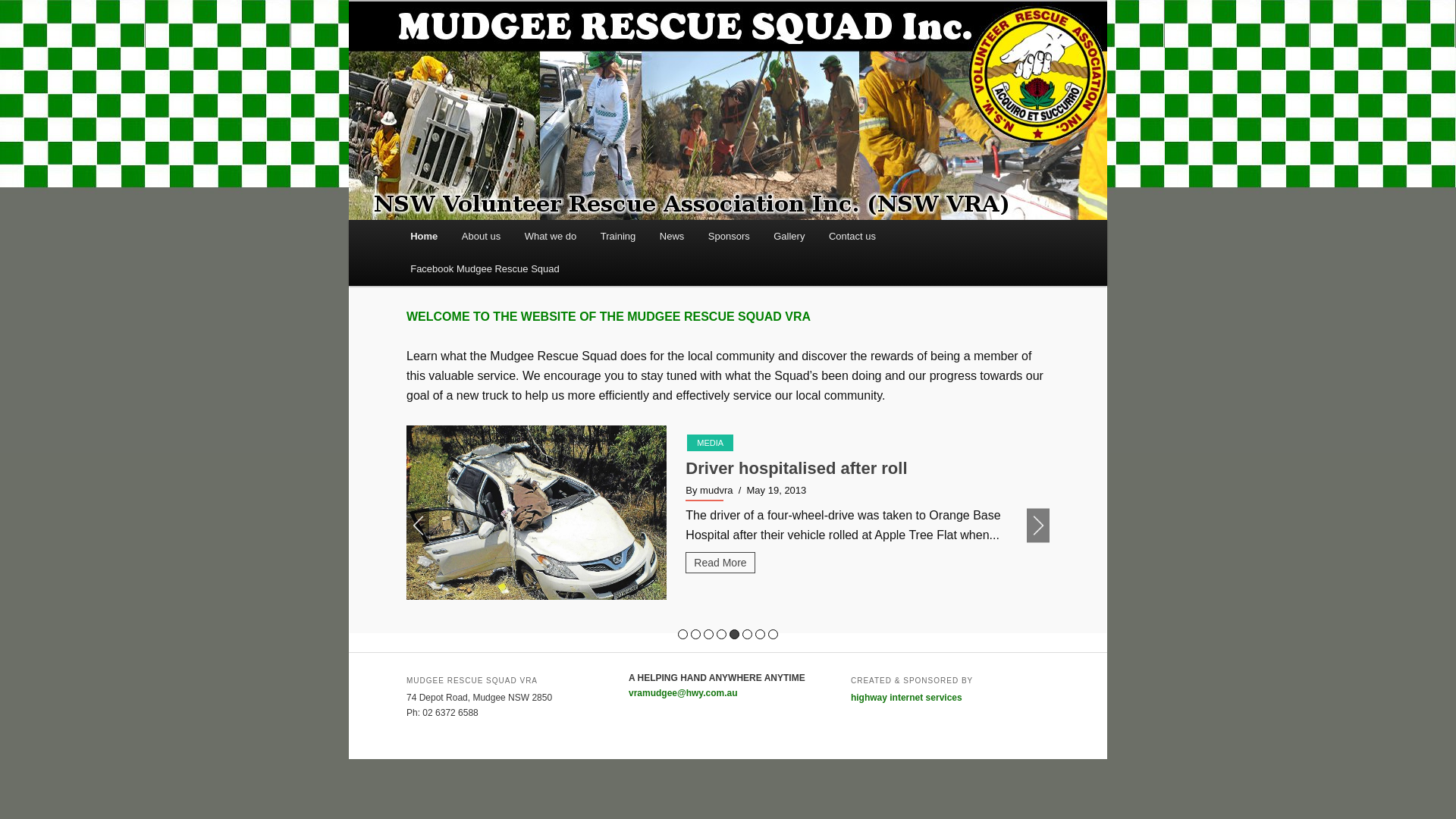 The width and height of the screenshot is (1456, 819). I want to click on 'Facebook Mudgee Rescue Squad', so click(397, 268).